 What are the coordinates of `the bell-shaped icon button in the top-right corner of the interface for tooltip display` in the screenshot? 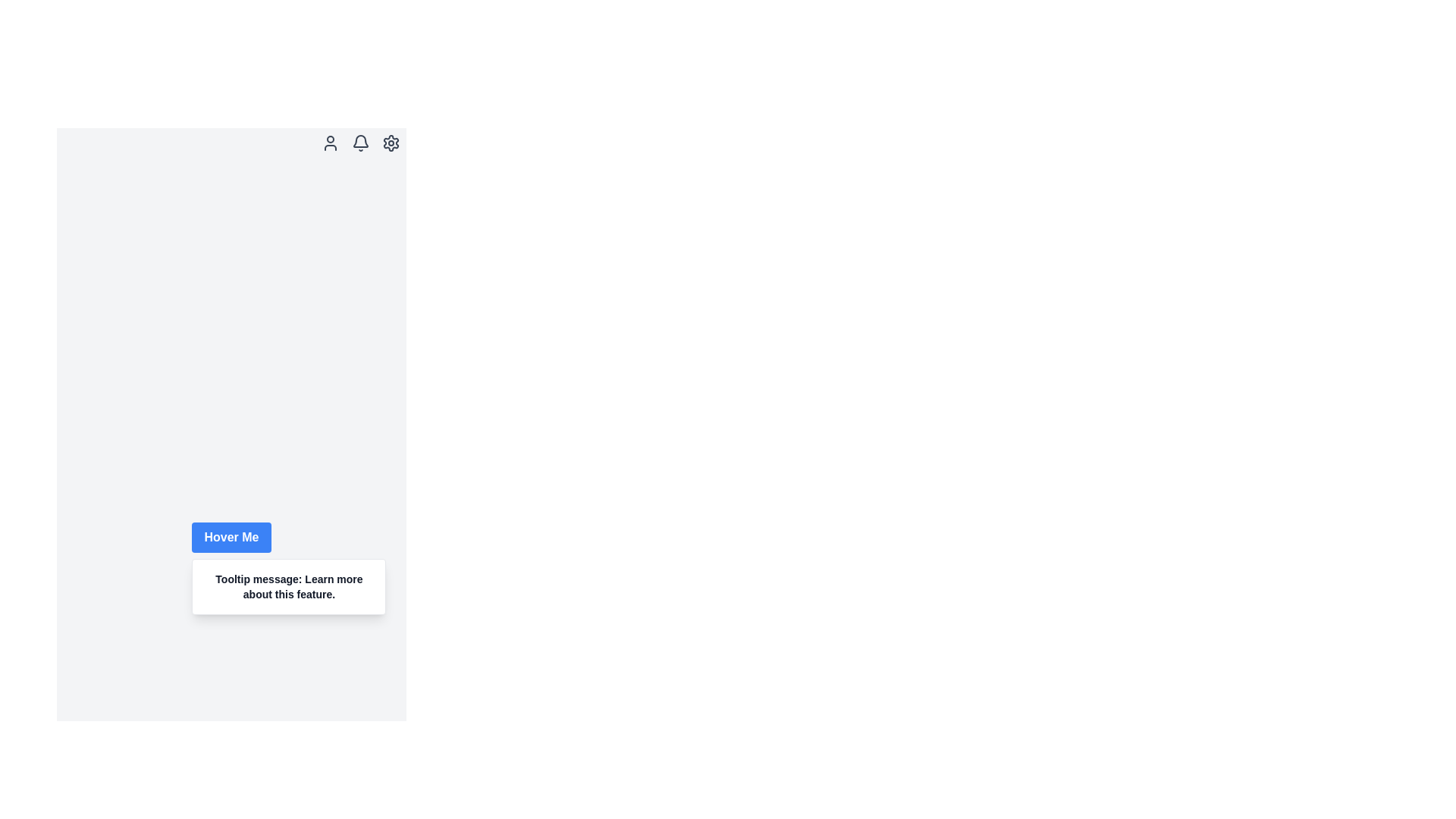 It's located at (359, 143).